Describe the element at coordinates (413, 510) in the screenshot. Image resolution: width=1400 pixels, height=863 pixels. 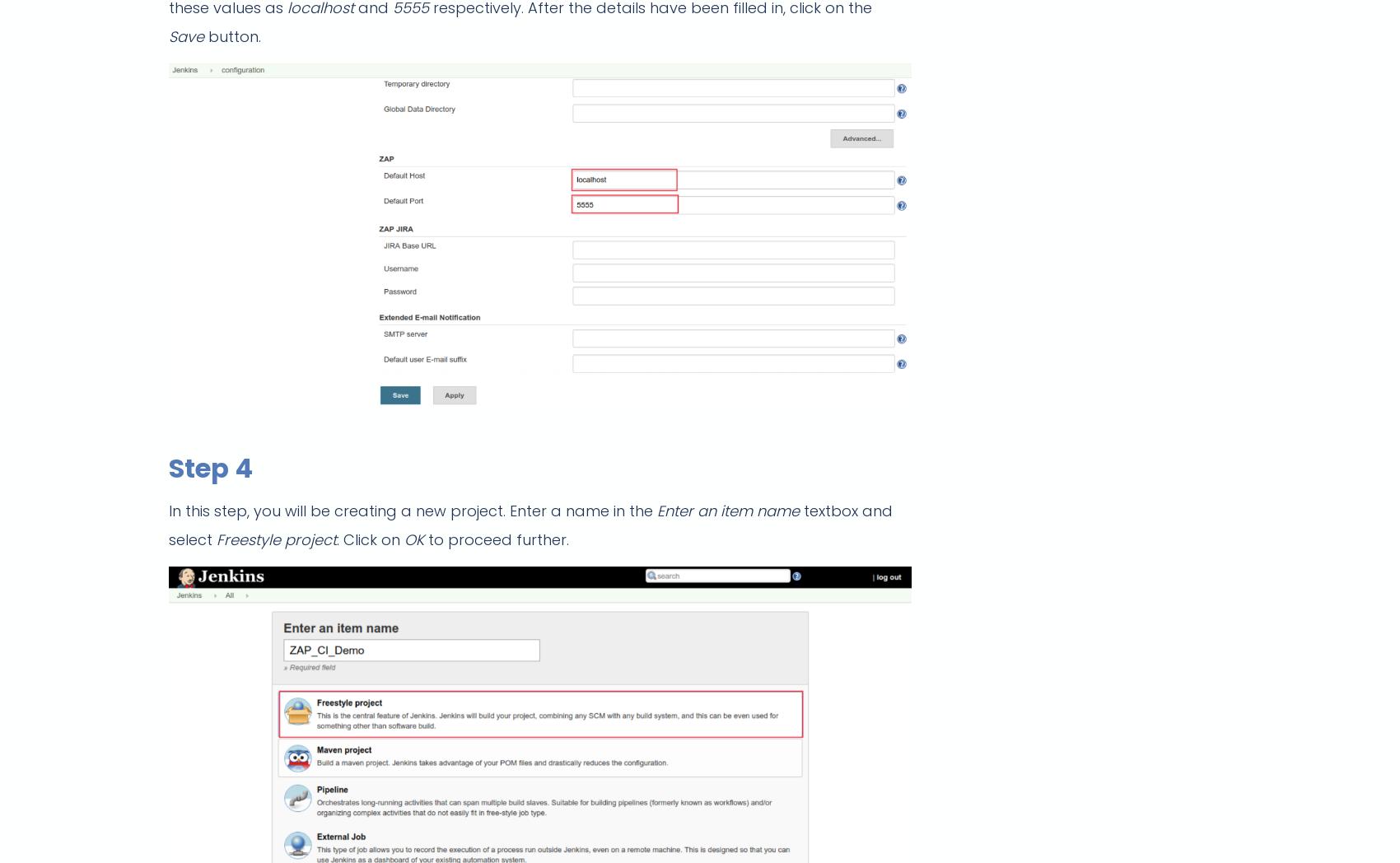
I see `'In this step, you will be creating a new project. Enter a name in the'` at that location.